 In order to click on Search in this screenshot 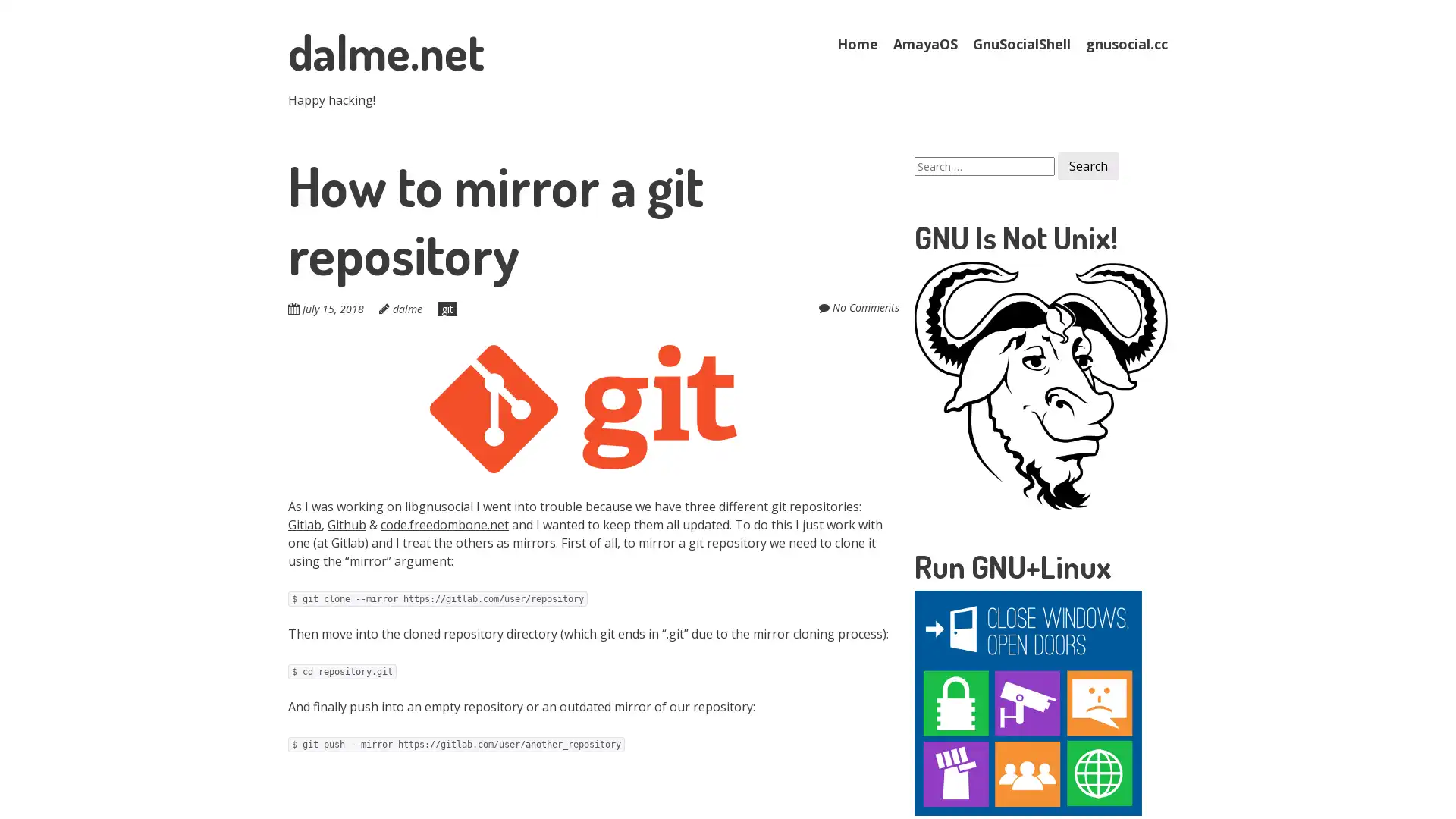, I will do `click(1087, 166)`.